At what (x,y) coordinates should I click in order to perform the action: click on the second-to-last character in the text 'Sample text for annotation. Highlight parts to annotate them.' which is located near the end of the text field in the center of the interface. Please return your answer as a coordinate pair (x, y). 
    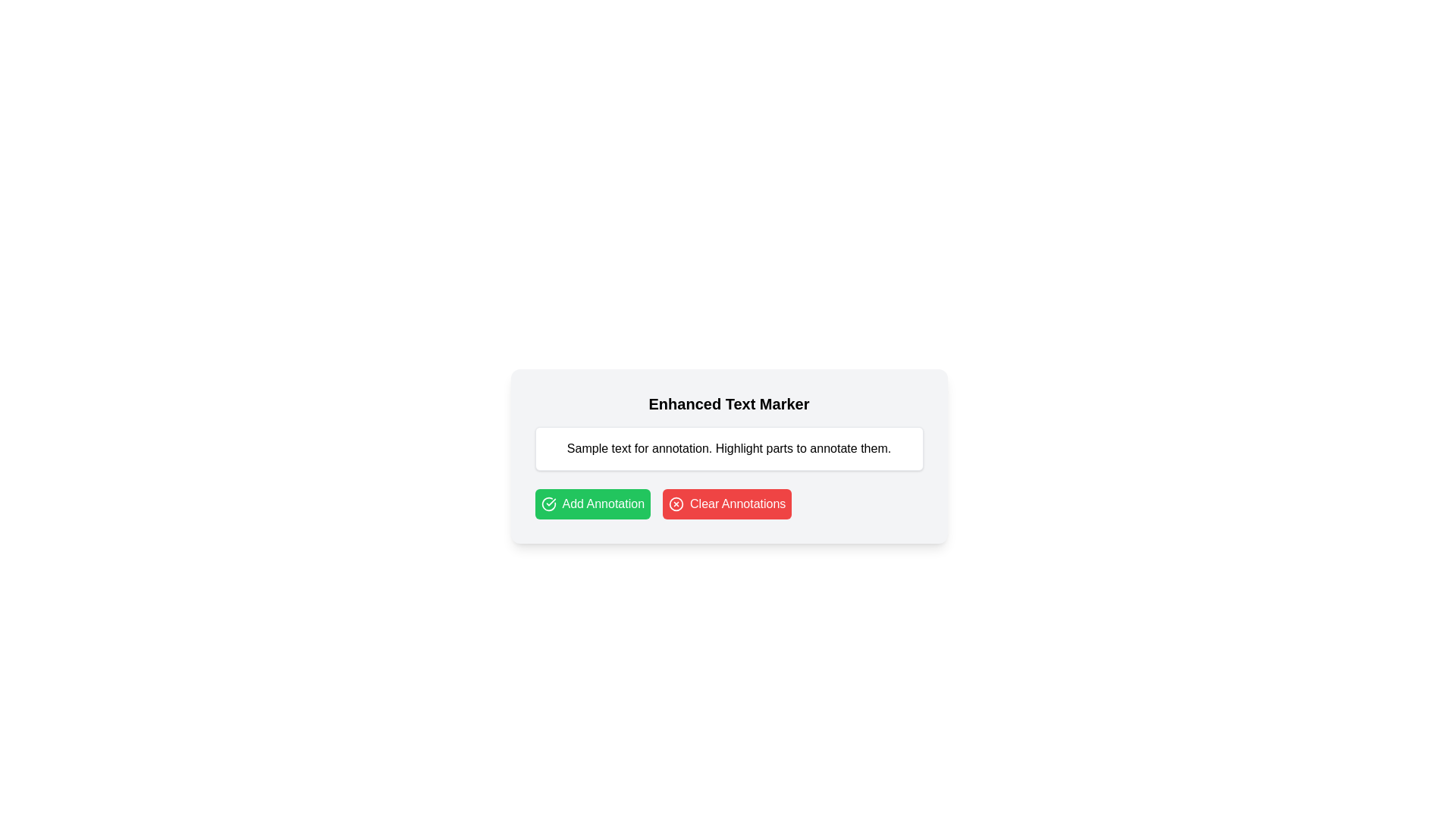
    Looking at the image, I should click on (848, 447).